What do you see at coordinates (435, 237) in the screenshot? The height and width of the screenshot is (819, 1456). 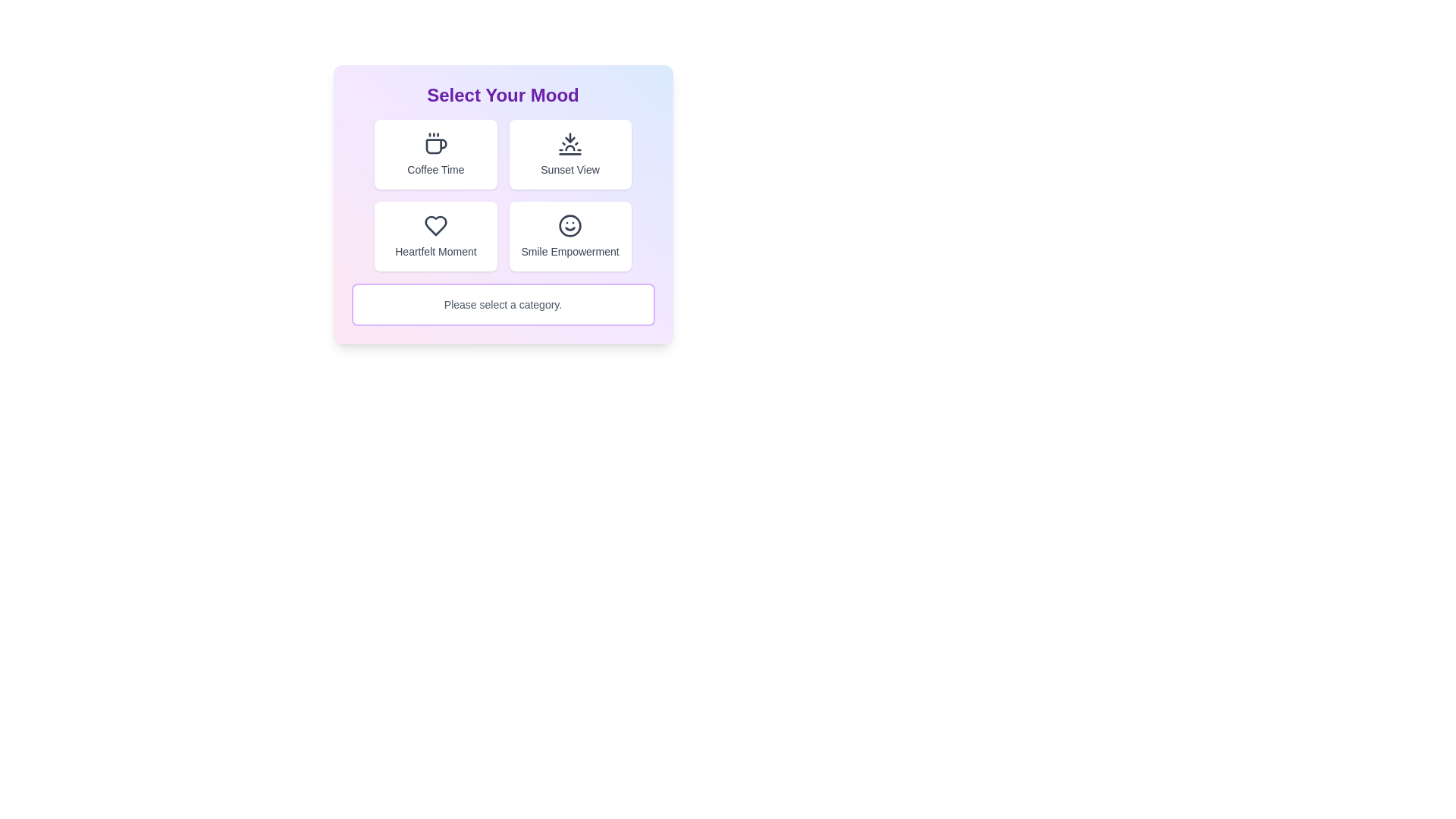 I see `the 'Heartfelt Moment' button` at bounding box center [435, 237].